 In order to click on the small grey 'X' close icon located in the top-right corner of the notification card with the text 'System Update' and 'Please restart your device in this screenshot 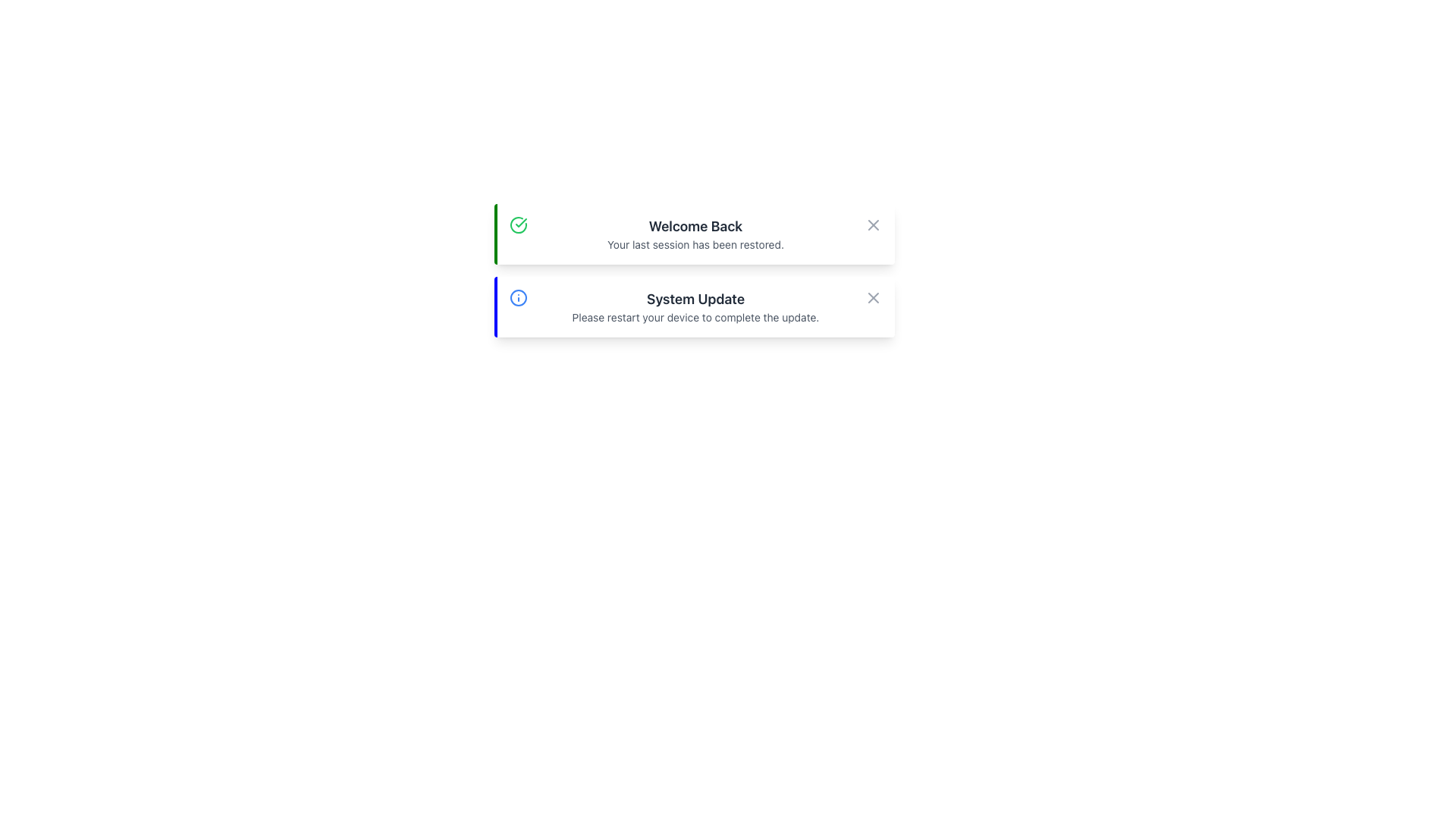, I will do `click(873, 298)`.